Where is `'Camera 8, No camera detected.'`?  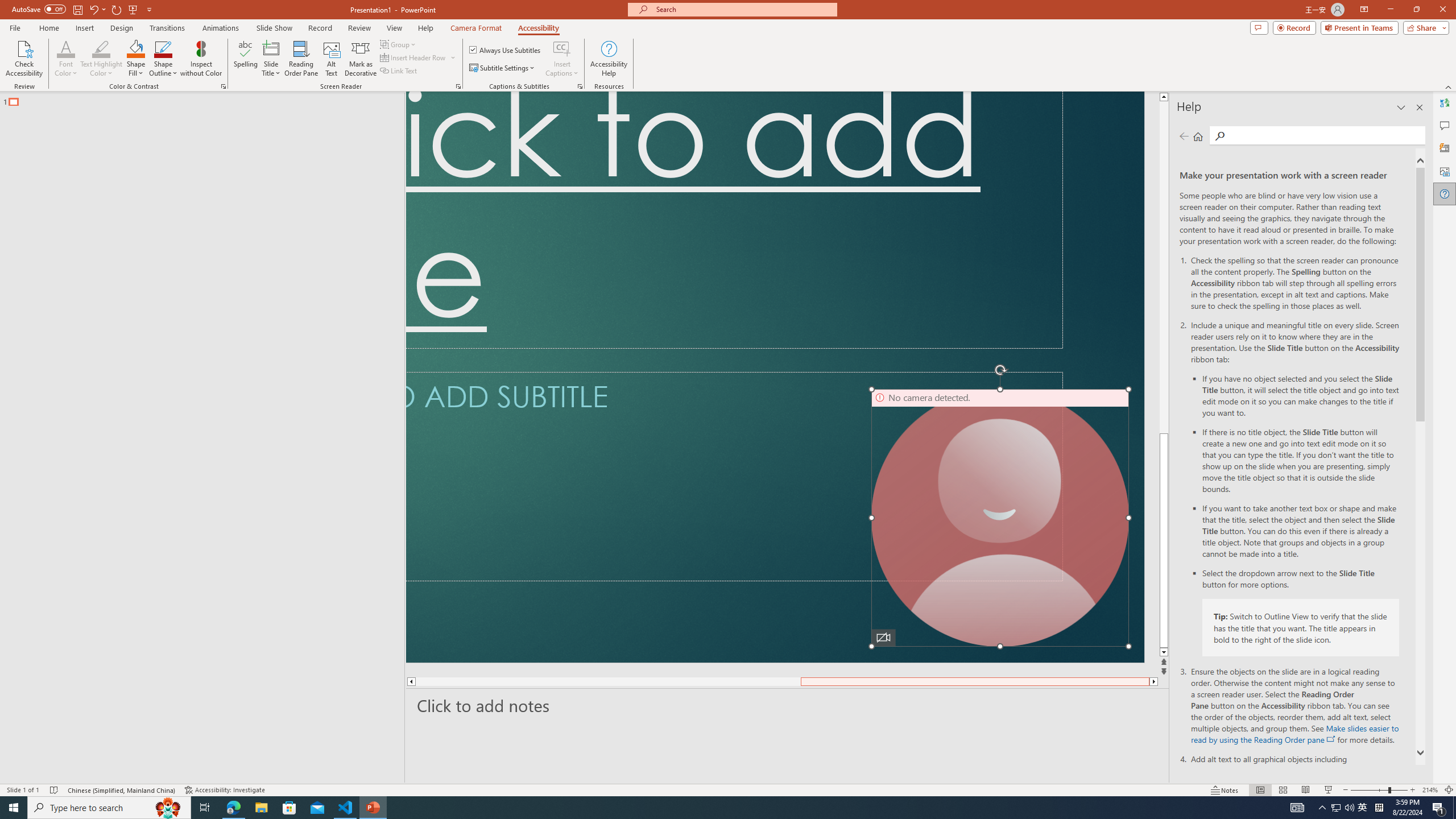 'Camera 8, No camera detected.' is located at coordinates (999, 517).